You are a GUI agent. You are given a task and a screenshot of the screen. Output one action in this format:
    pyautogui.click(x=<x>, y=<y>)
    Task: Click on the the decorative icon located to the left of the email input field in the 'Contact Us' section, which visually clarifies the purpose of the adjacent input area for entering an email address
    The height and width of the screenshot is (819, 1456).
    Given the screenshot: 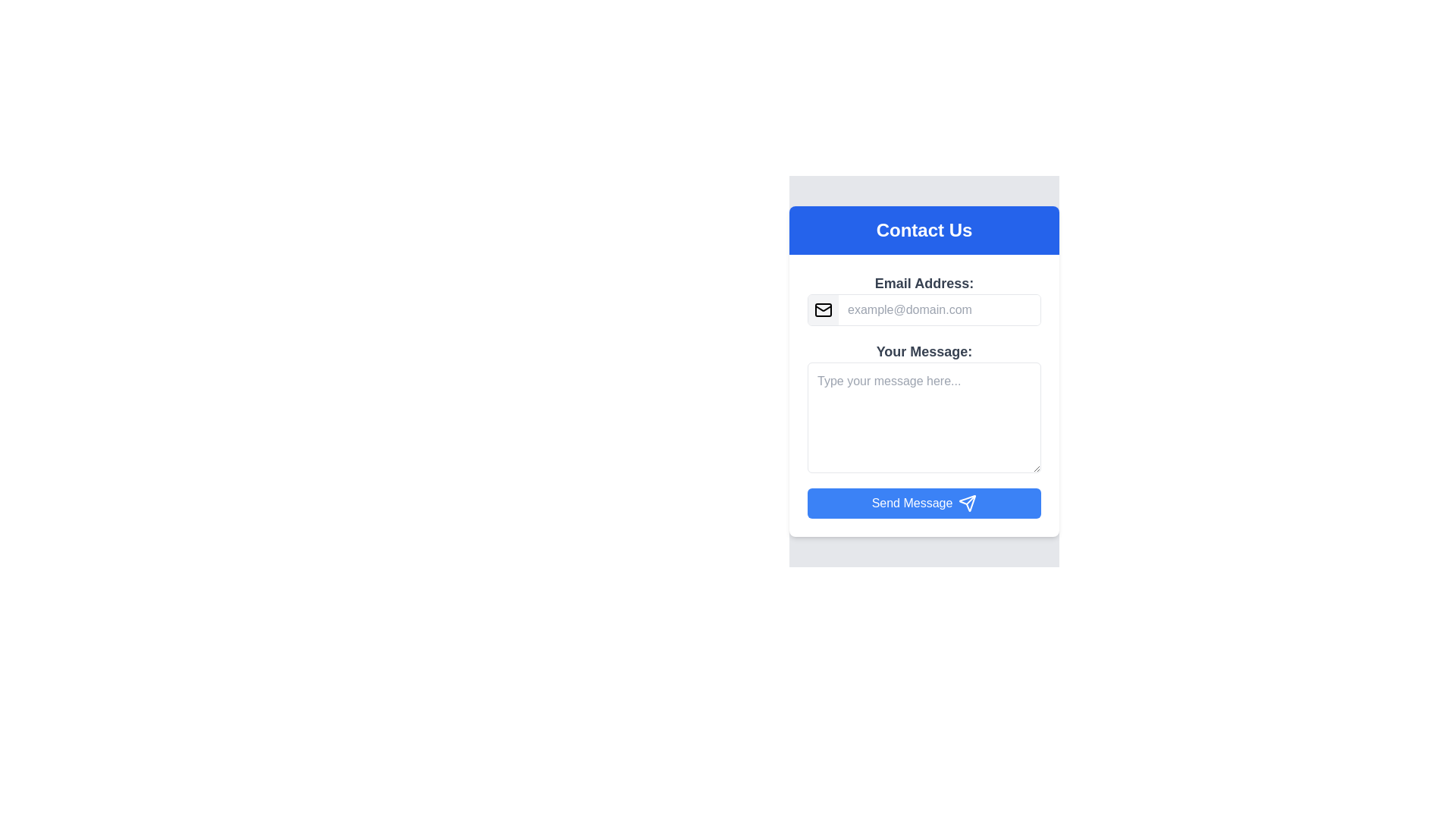 What is the action you would take?
    pyautogui.click(x=822, y=309)
    